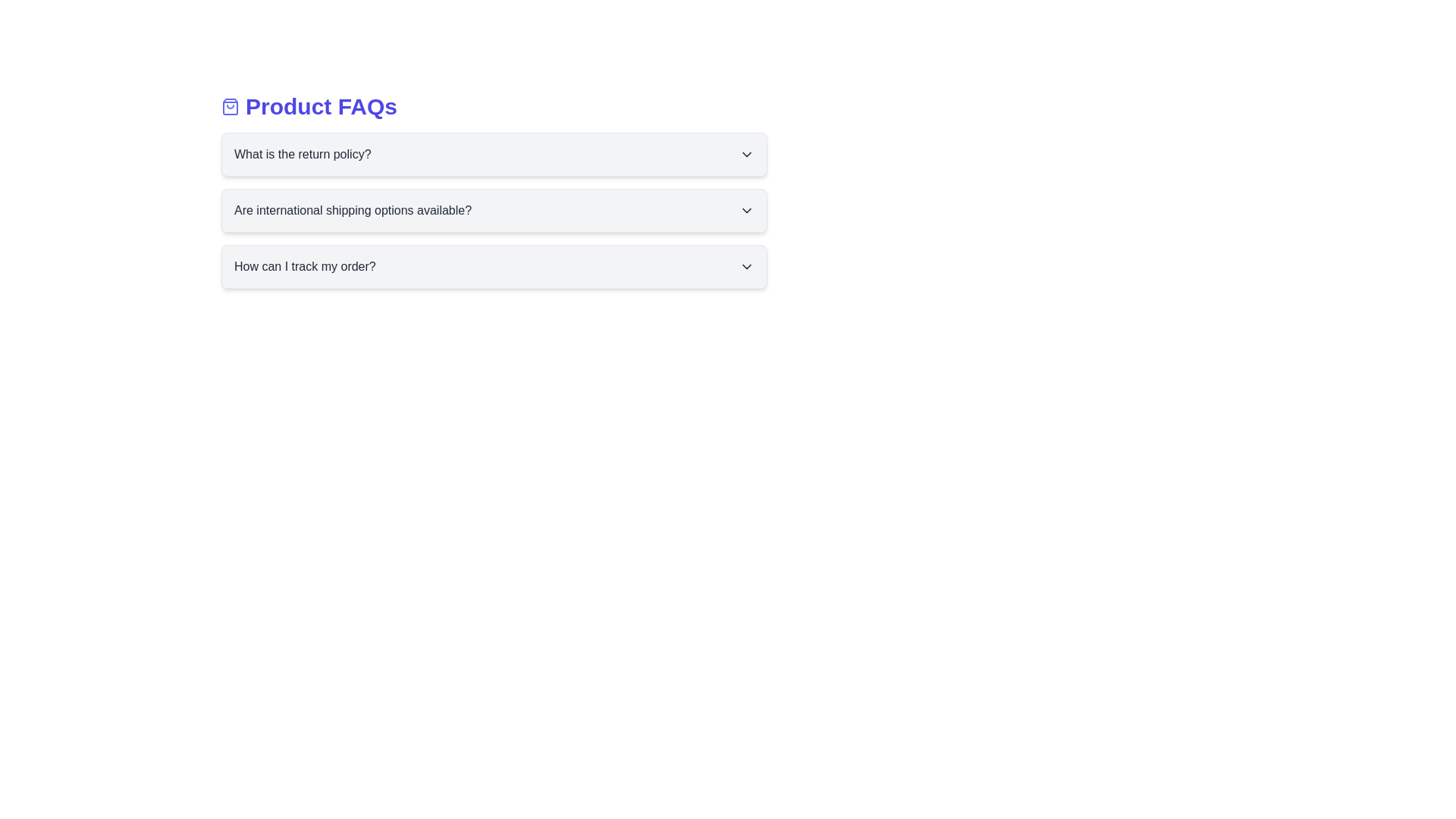  What do you see at coordinates (494, 210) in the screenshot?
I see `the button labeled 'Are international shipping options available?' located in the 'Product FAQs' section` at bounding box center [494, 210].